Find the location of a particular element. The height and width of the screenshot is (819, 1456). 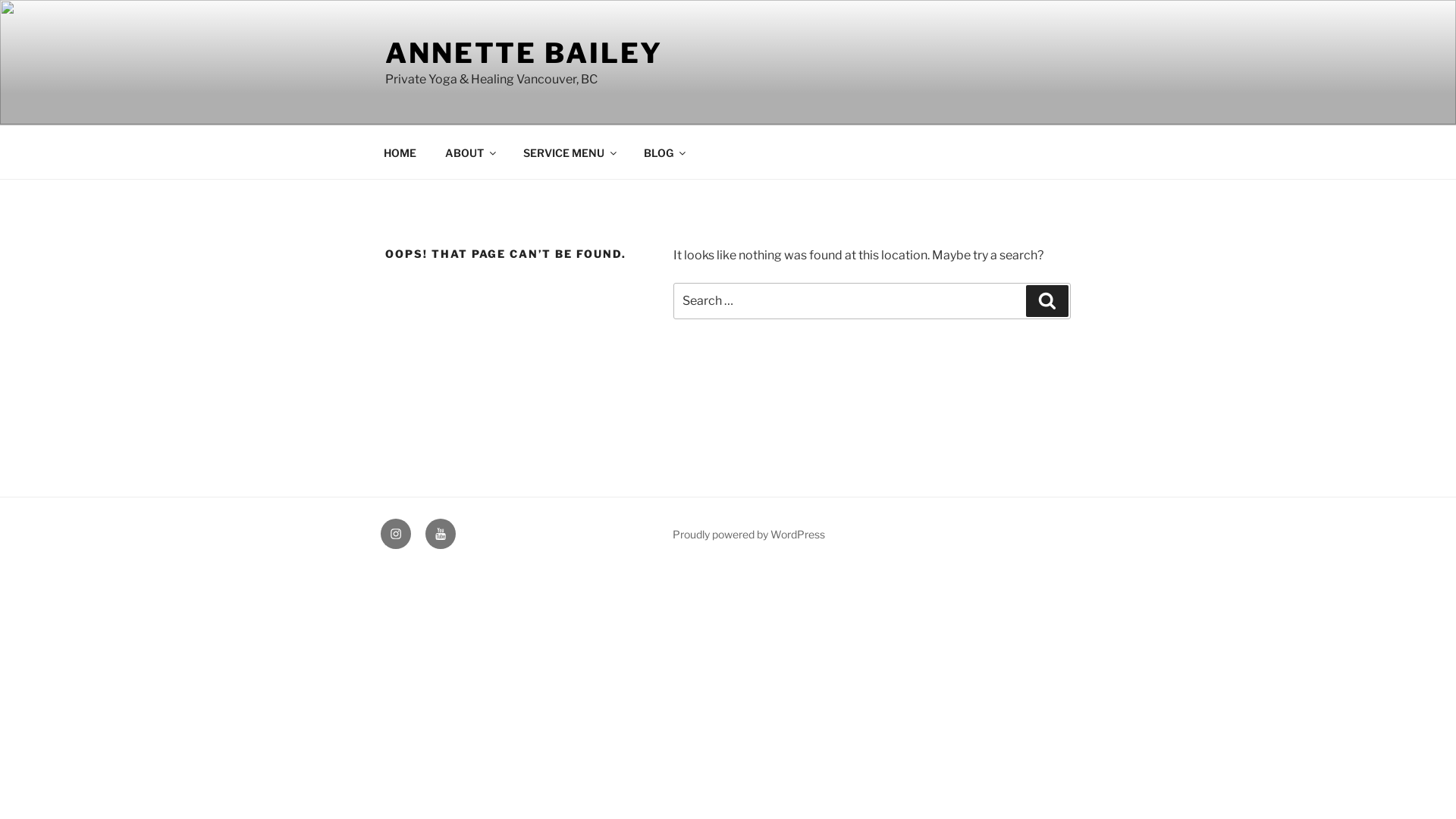

'Search' is located at coordinates (1046, 301).